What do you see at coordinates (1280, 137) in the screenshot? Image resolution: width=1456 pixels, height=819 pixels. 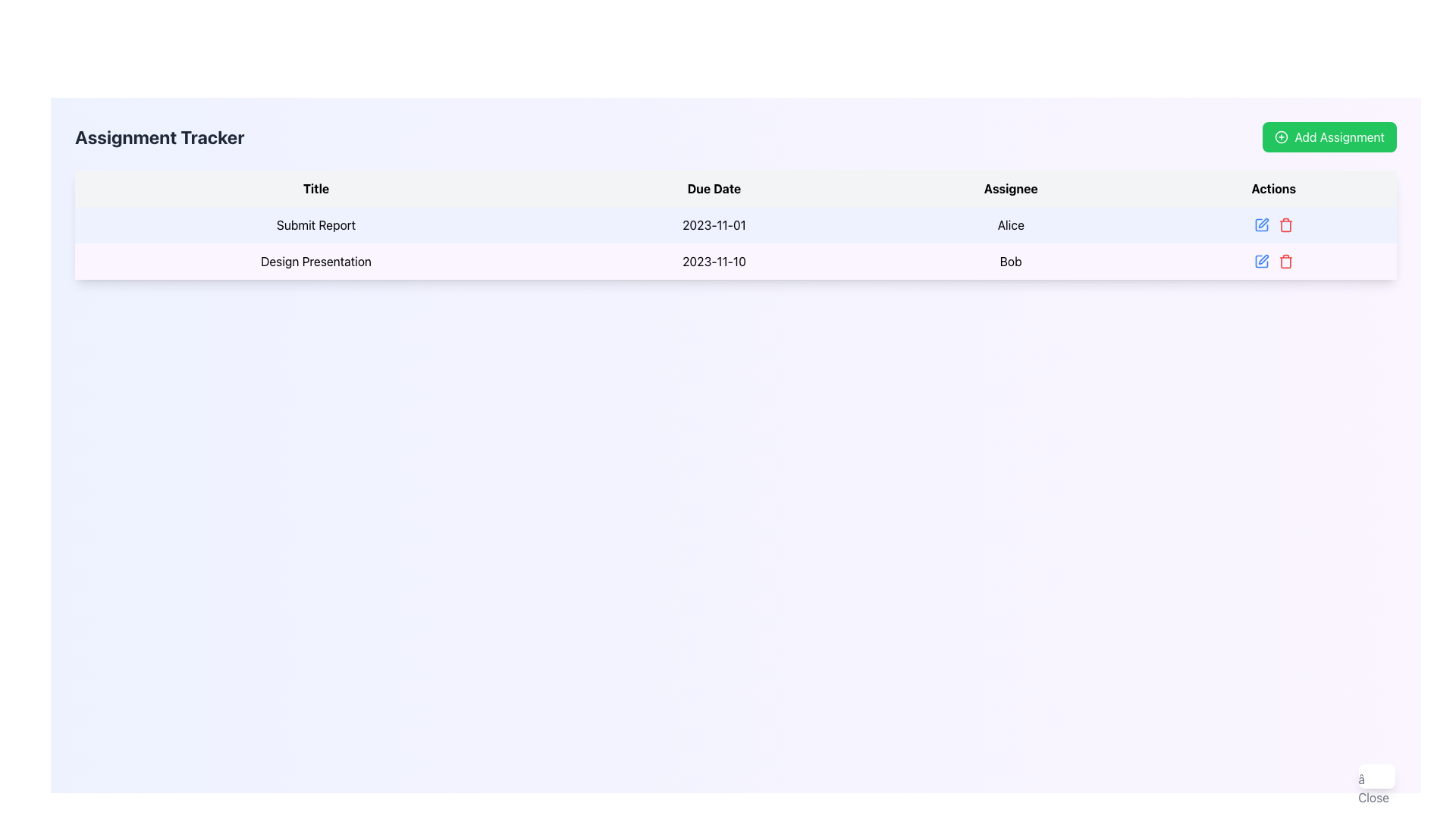 I see `the circular outline of the SVG icon representing a plus symbol within the 'Add Assignment' button located at the top-right corner of the interface` at bounding box center [1280, 137].